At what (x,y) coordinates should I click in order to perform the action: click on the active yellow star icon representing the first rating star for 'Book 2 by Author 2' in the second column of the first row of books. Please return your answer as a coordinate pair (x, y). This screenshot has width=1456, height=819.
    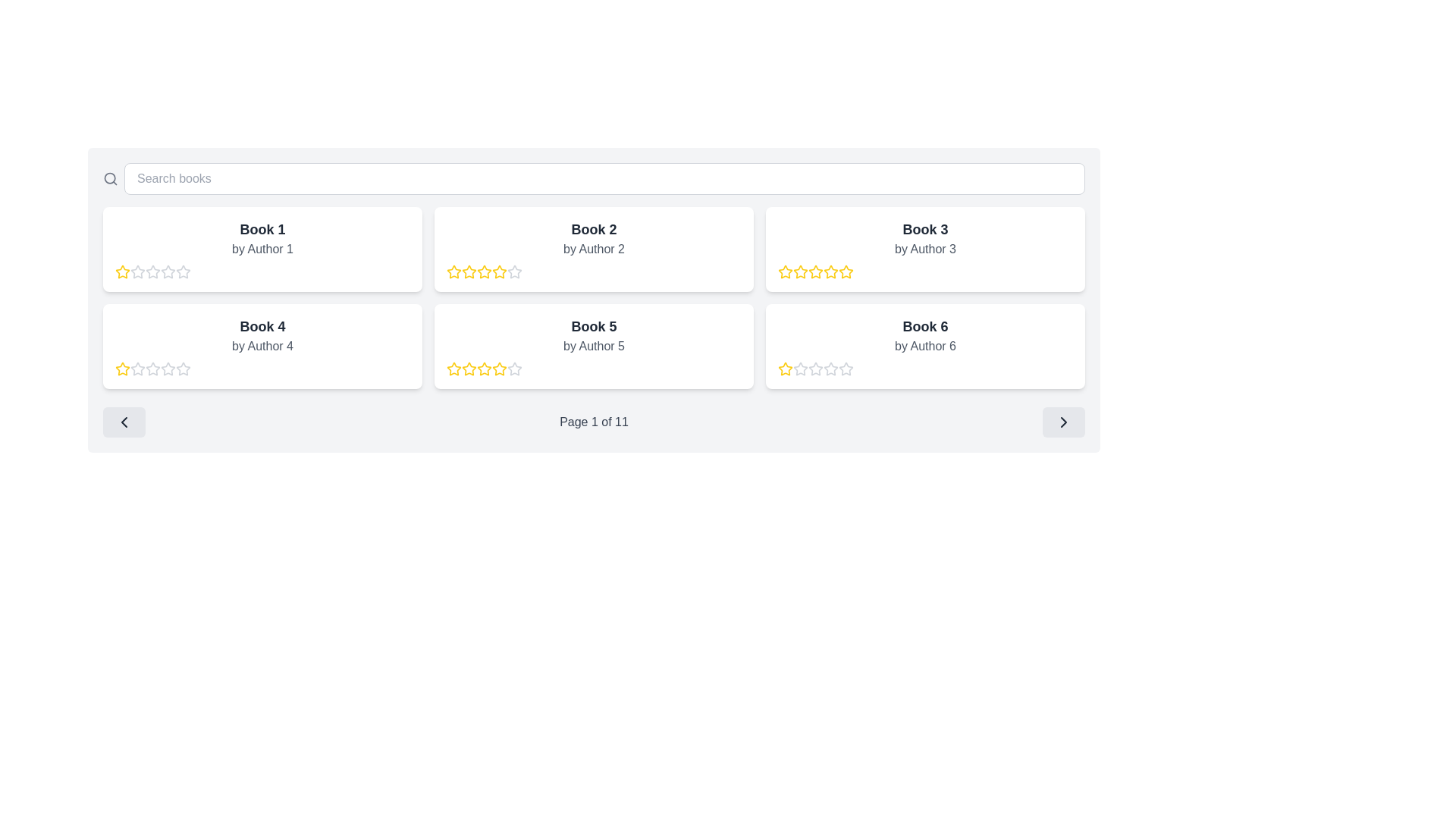
    Looking at the image, I should click on (453, 271).